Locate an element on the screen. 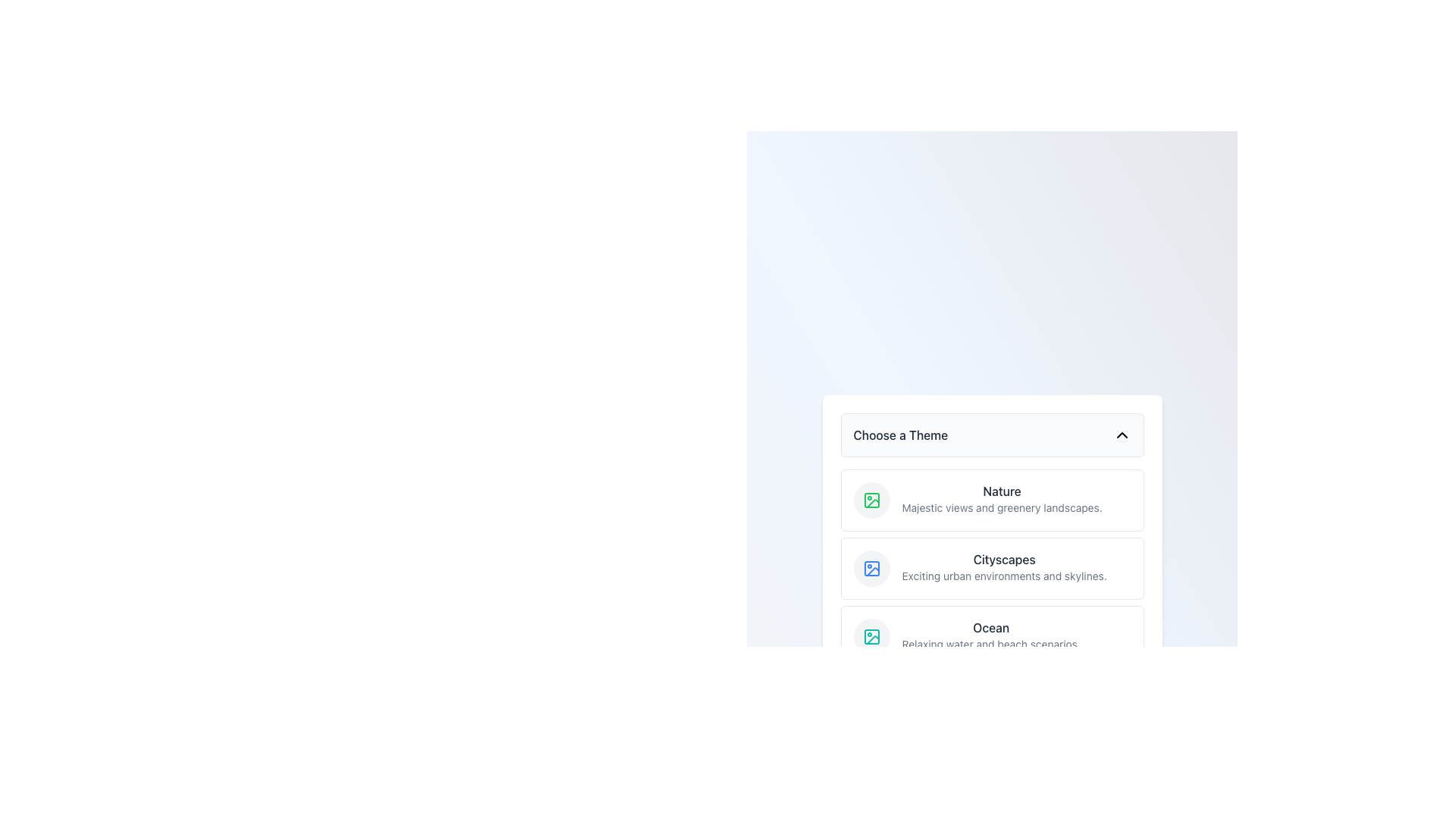 The height and width of the screenshot is (819, 1456). the second selectable list item representing the 'Cityscapes' theme is located at coordinates (992, 568).